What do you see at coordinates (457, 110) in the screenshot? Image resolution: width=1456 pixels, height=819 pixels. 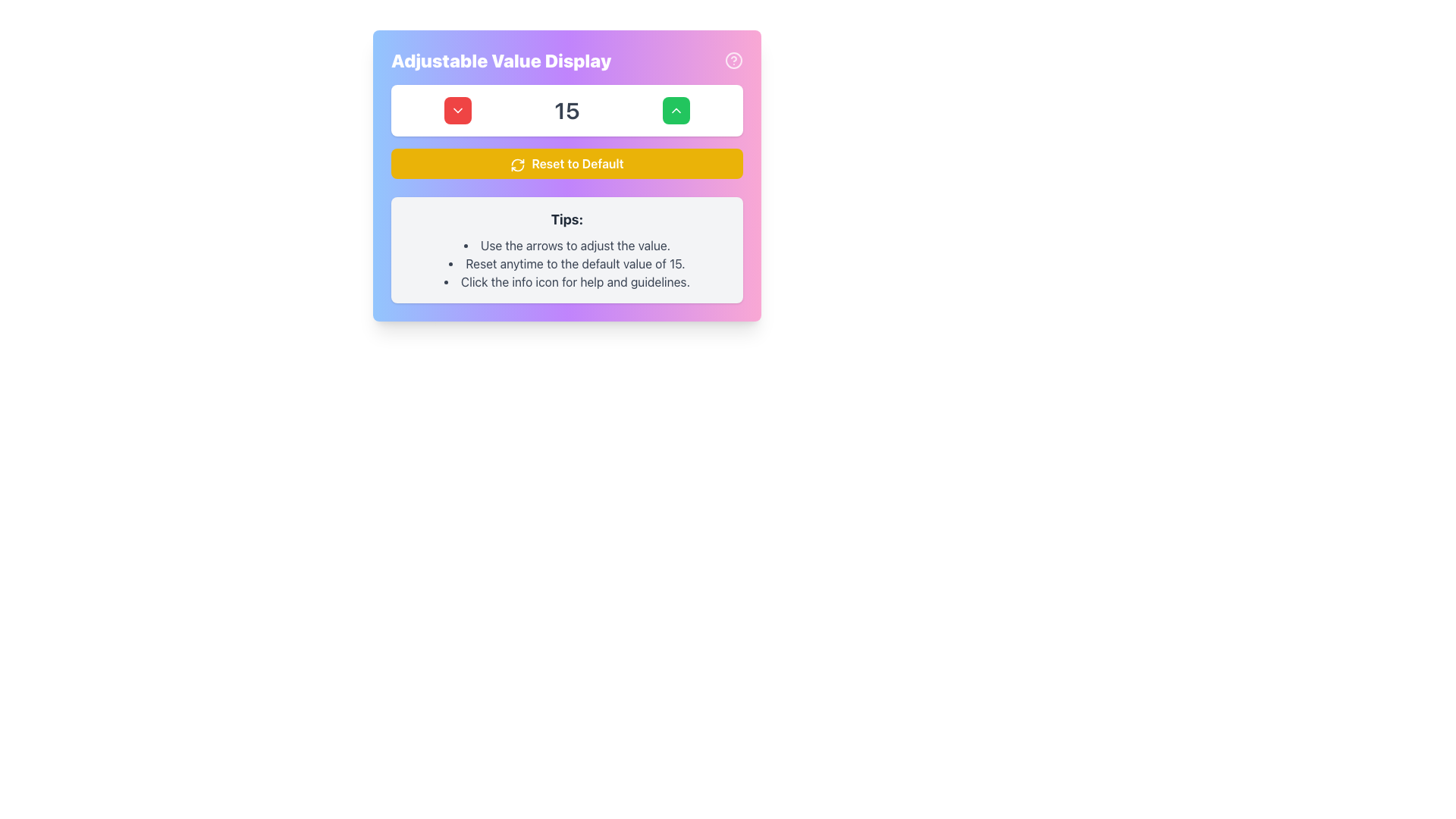 I see `the downward-facing chevron icon contained within the red rounded square button in the header row to decrement a value` at bounding box center [457, 110].